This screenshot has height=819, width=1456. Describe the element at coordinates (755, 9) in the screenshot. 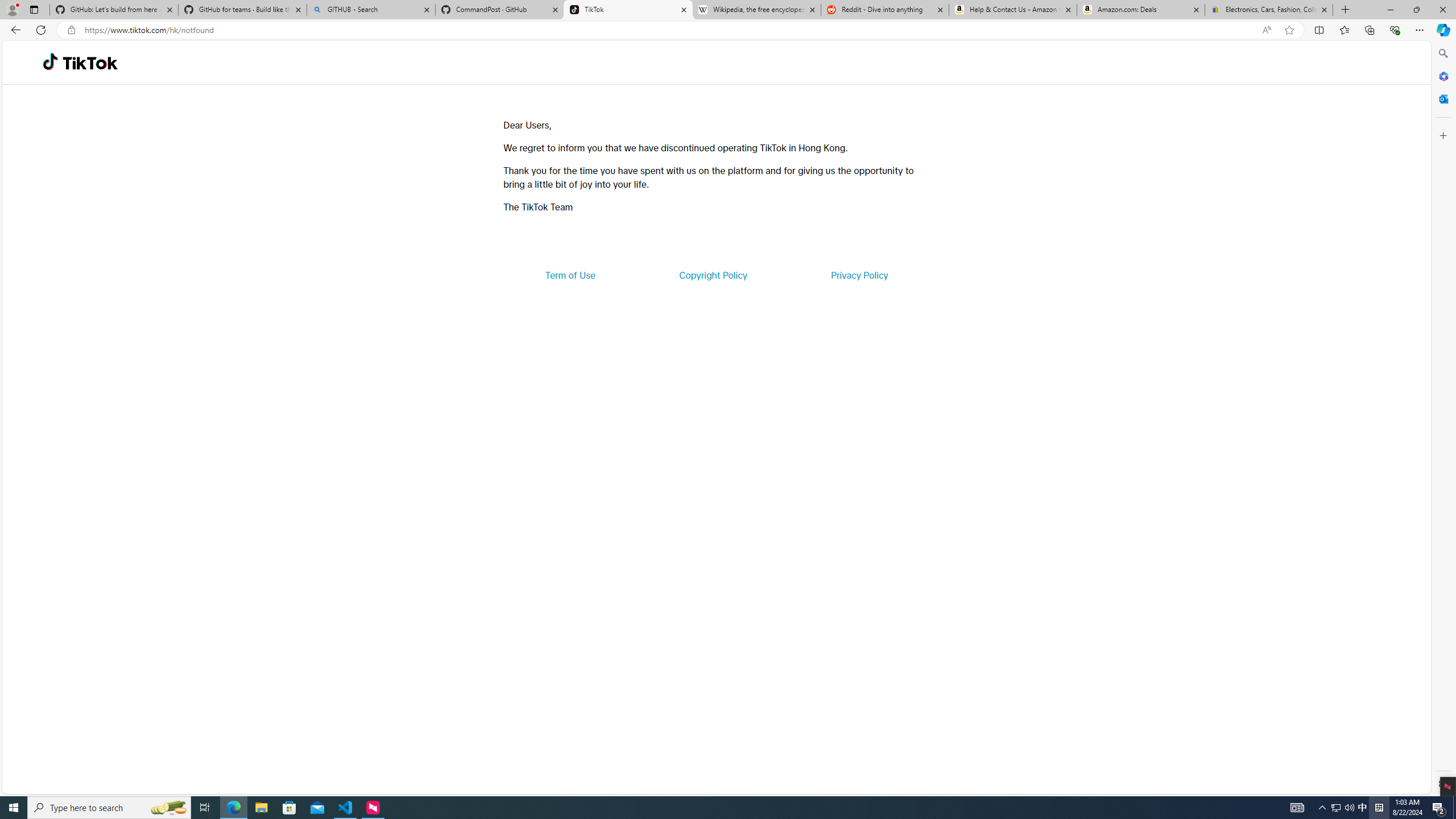

I see `'Wikipedia, the free encyclopedia'` at that location.